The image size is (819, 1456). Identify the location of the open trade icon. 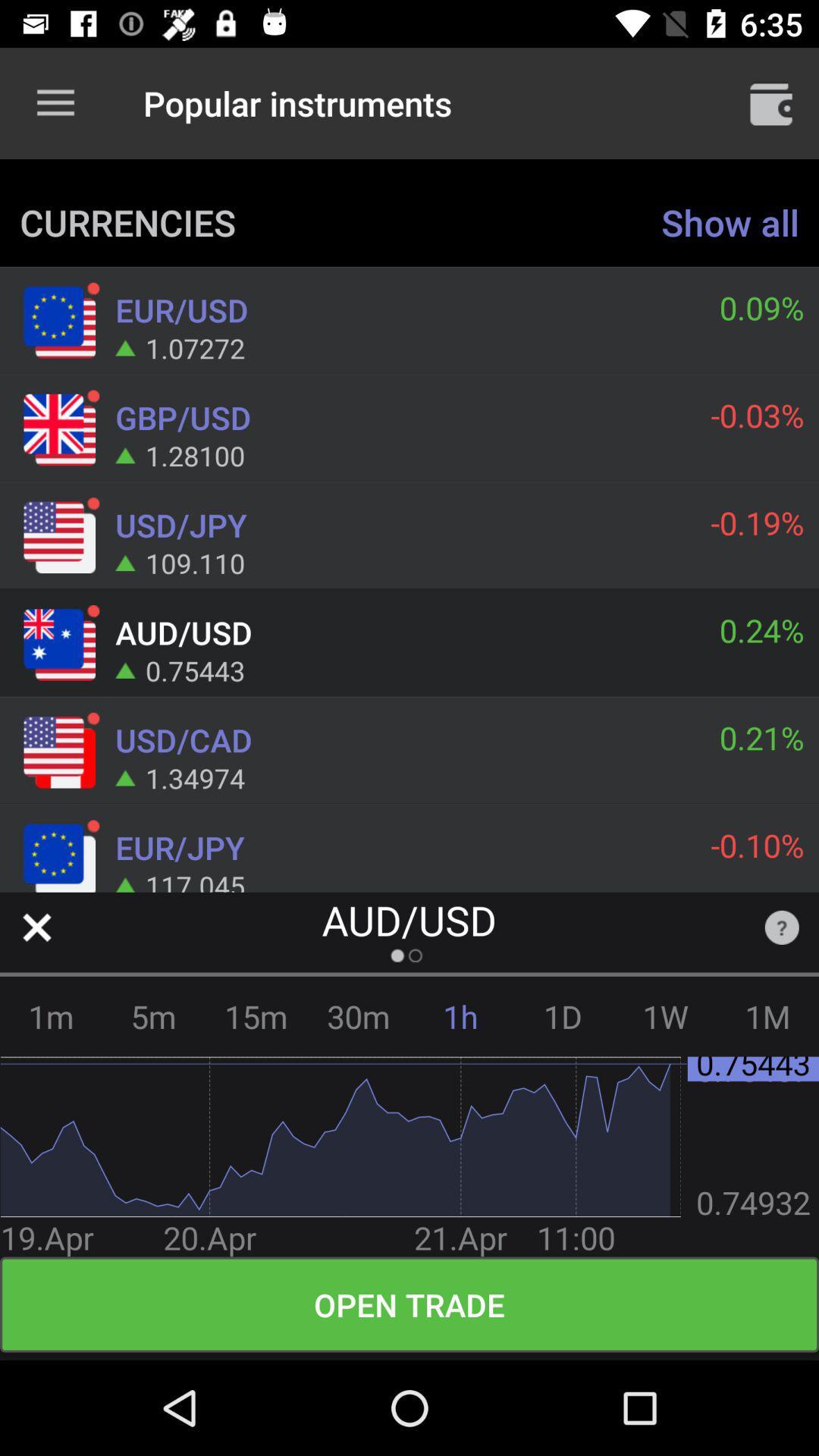
(409, 1304).